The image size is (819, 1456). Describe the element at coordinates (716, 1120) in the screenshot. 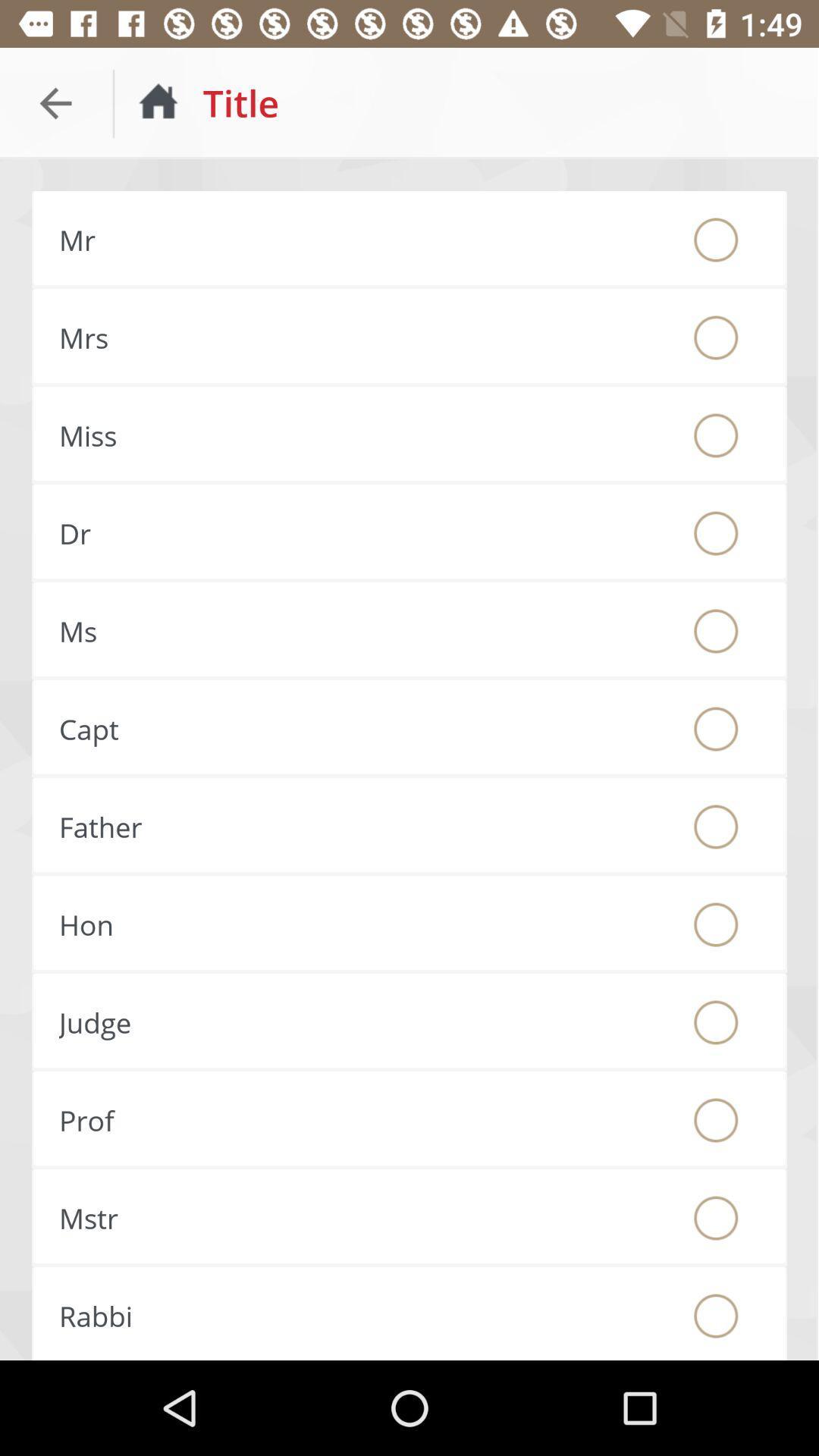

I see `teacher title` at that location.